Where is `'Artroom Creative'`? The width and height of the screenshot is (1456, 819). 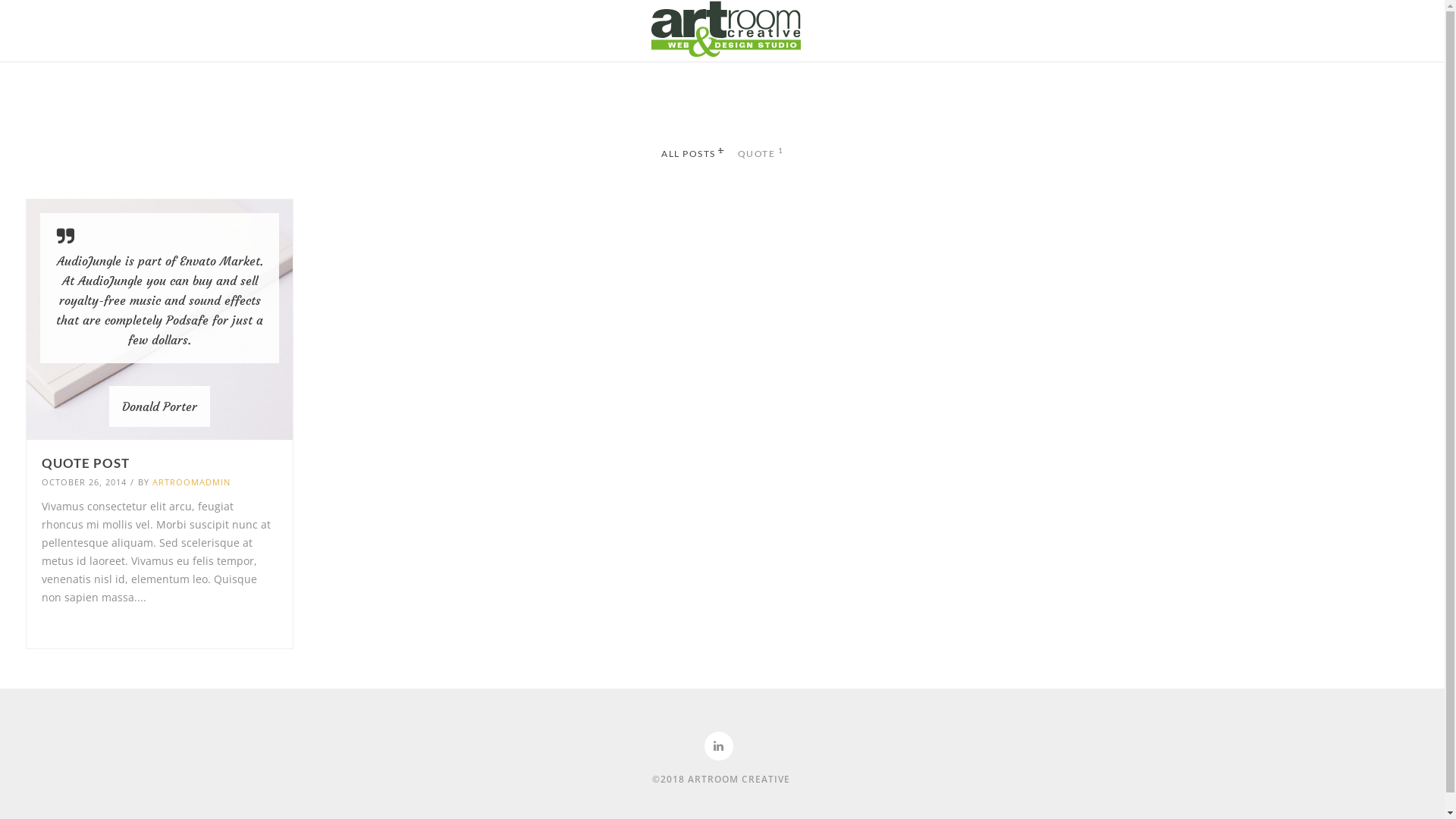 'Artroom Creative' is located at coordinates (723, 28).